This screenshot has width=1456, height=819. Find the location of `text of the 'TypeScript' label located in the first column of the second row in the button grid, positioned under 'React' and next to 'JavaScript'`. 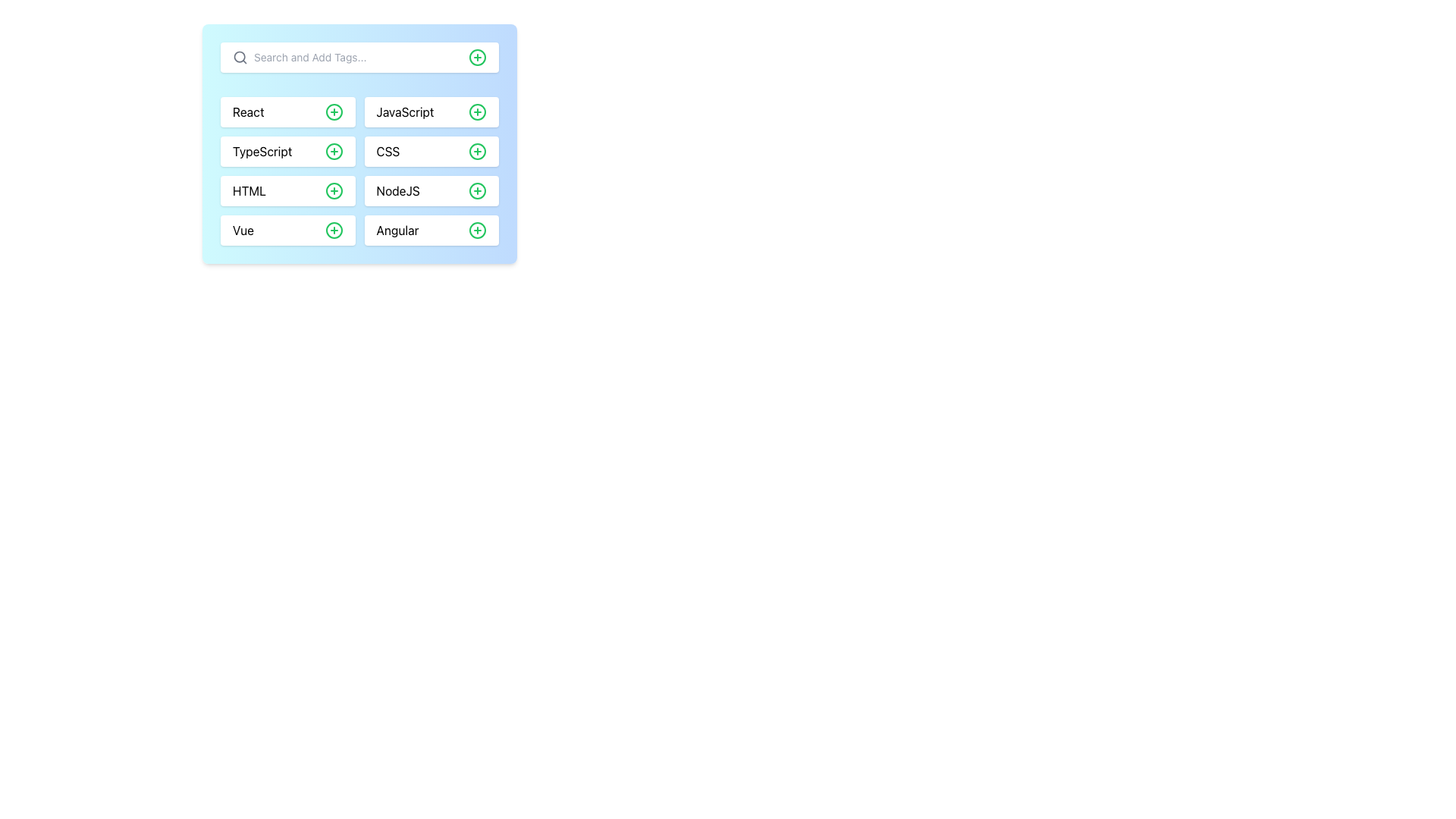

text of the 'TypeScript' label located in the first column of the second row in the button grid, positioned under 'React' and next to 'JavaScript' is located at coordinates (262, 152).